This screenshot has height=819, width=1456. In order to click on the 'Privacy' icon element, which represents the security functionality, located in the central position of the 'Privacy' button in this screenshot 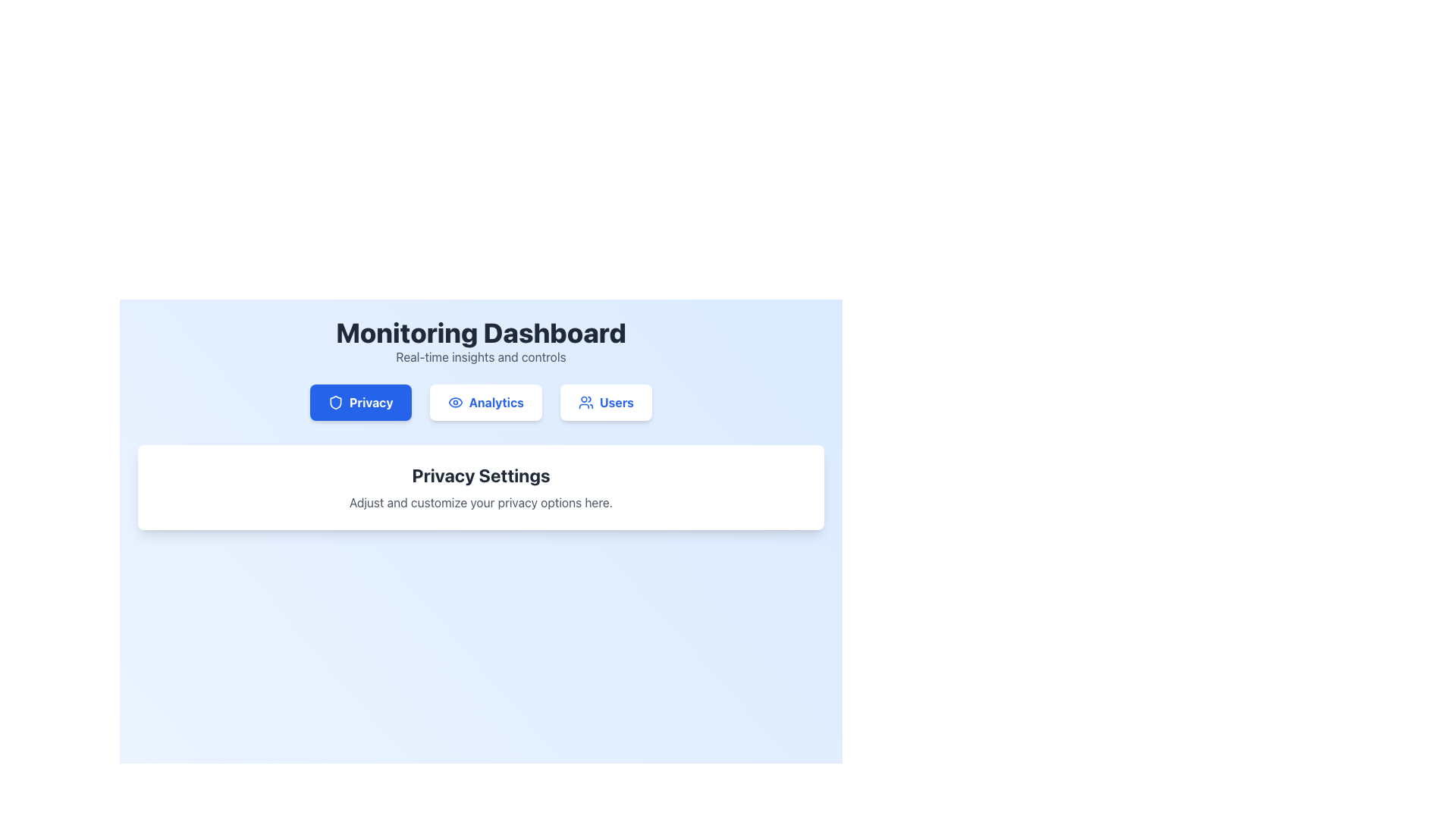, I will do `click(334, 402)`.